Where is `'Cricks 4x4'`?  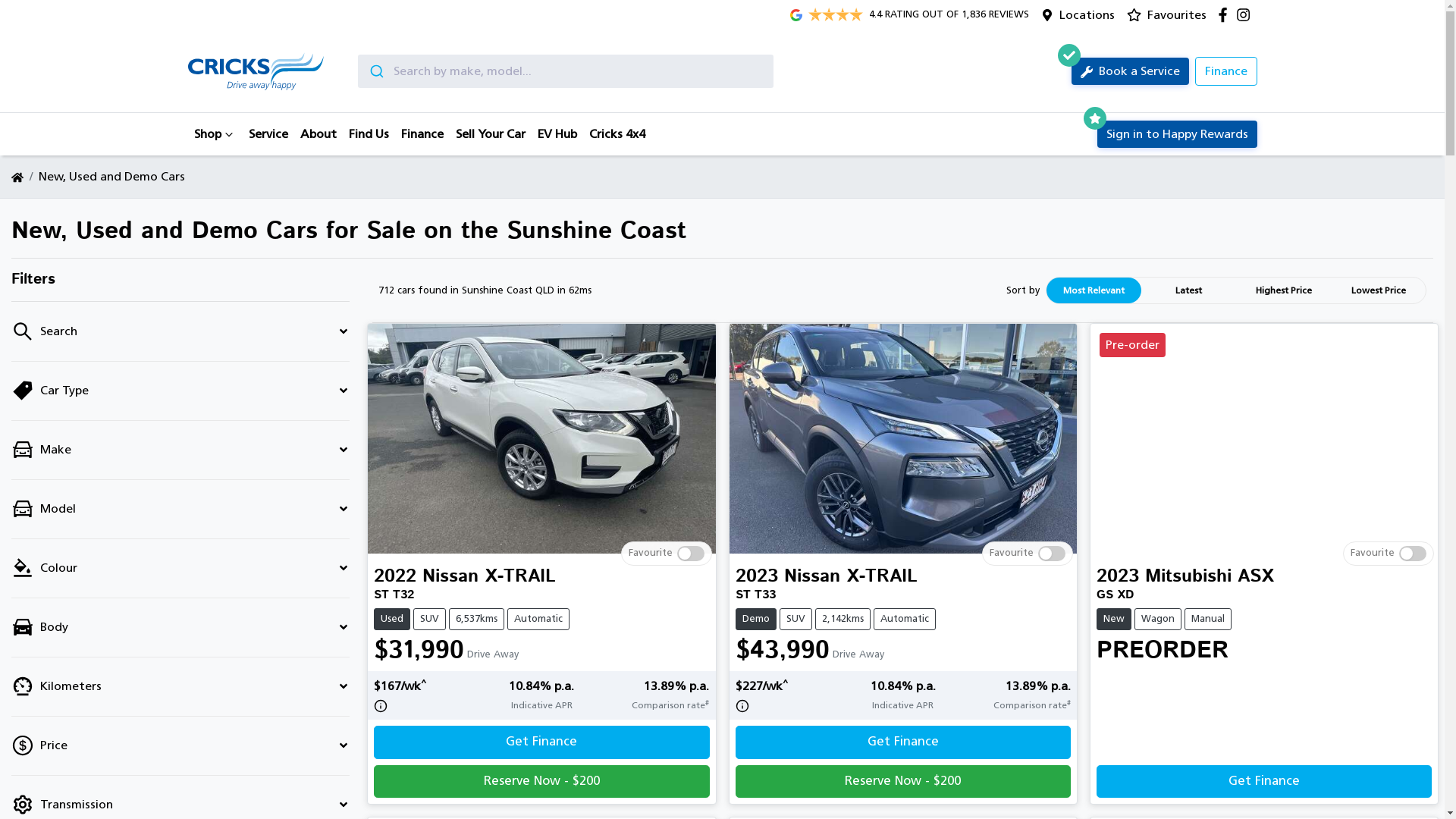 'Cricks 4x4' is located at coordinates (582, 133).